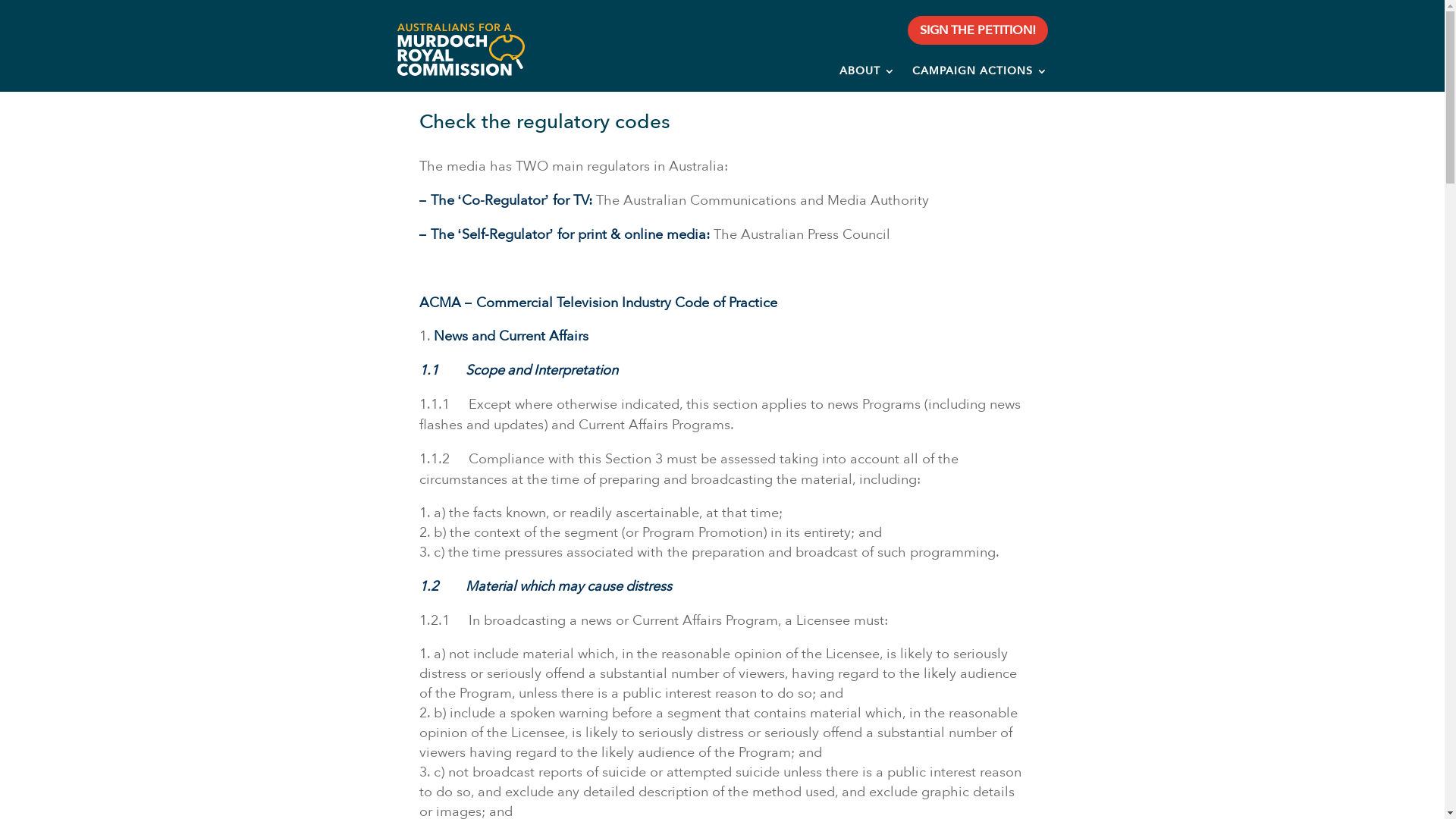  I want to click on 'Australians for a Murdoch Royal Commission', so click(396, 49).